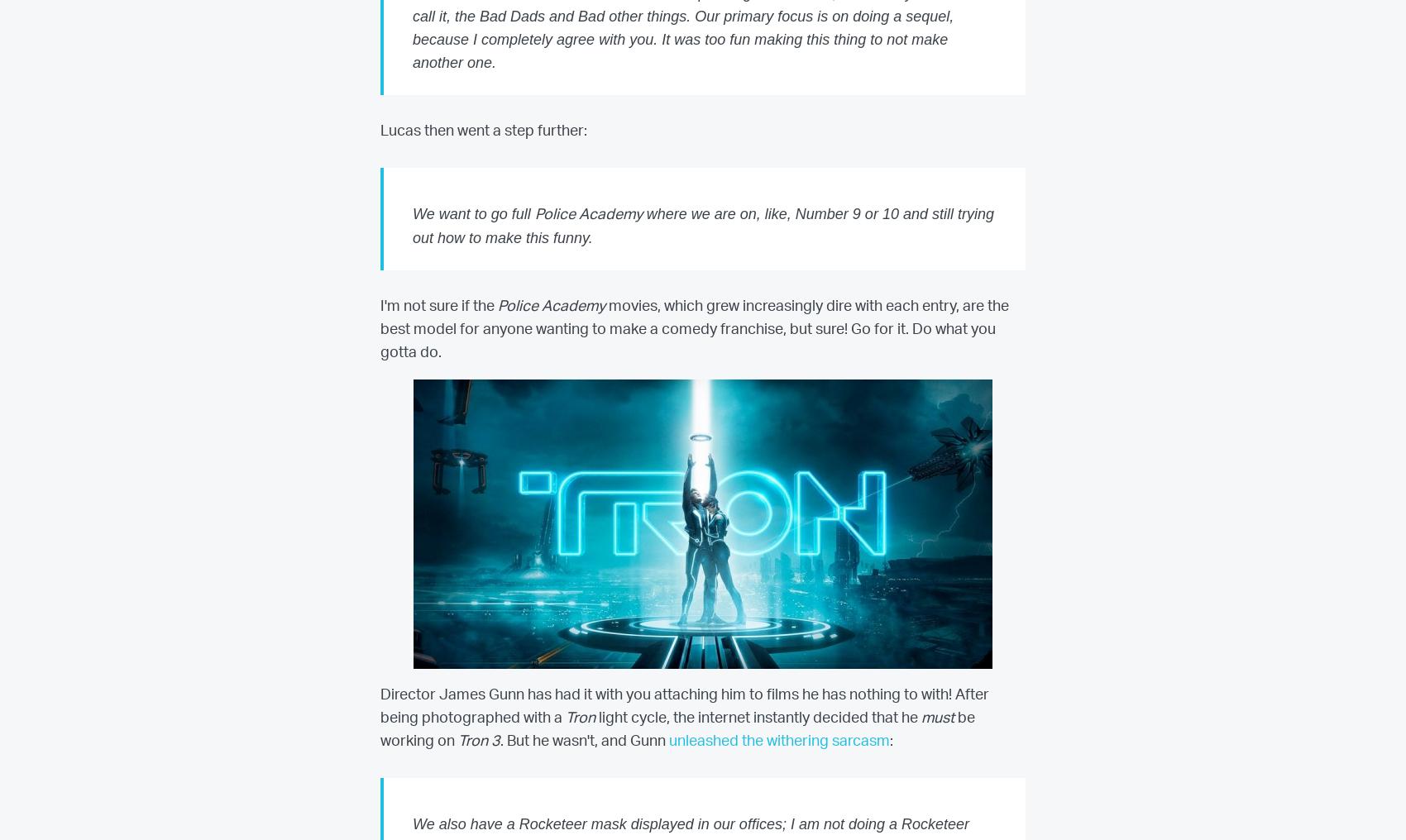  What do you see at coordinates (472, 212) in the screenshot?
I see `'We want to go full'` at bounding box center [472, 212].